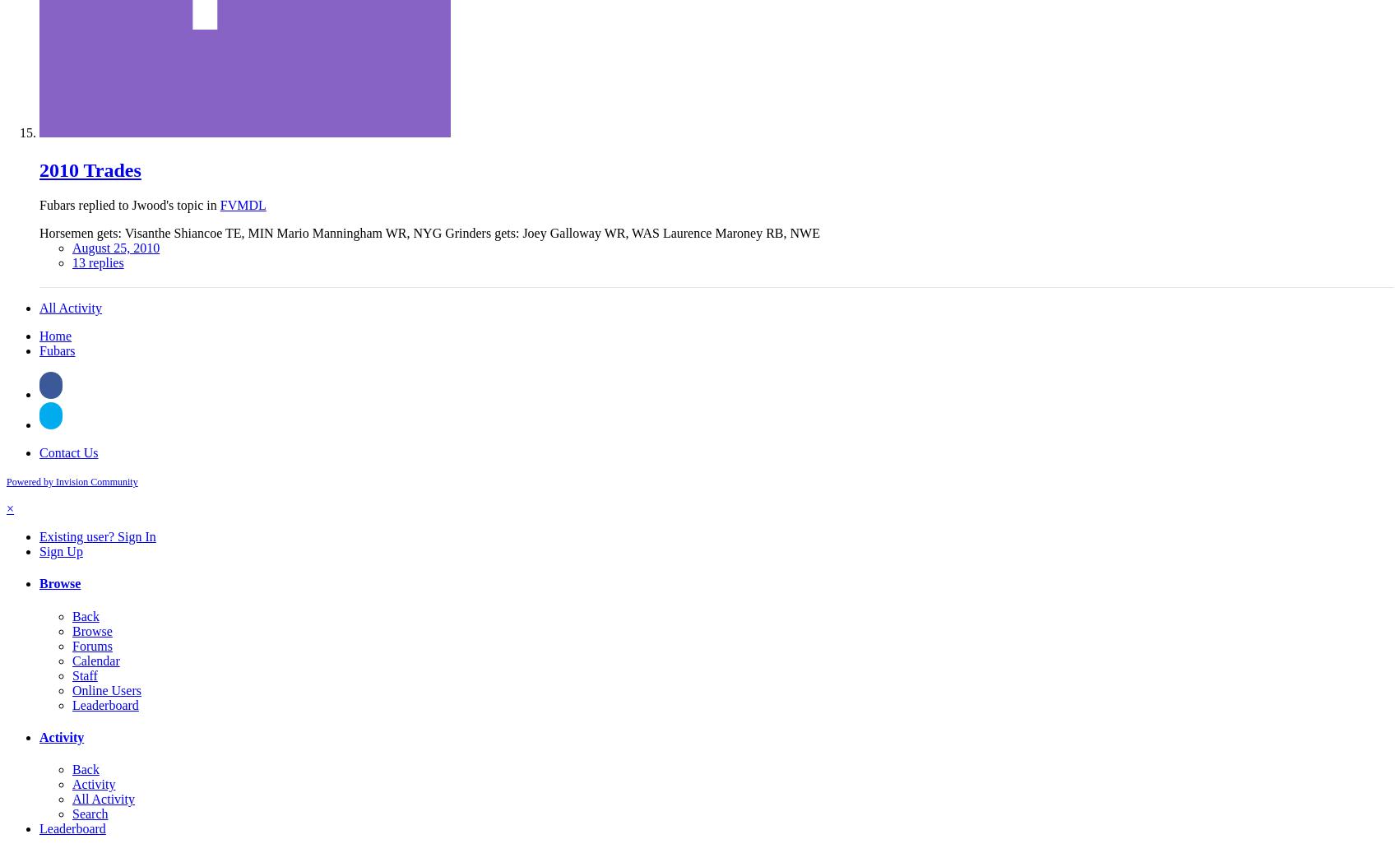 The height and width of the screenshot is (867, 1400). I want to click on '13 replies', so click(72, 262).